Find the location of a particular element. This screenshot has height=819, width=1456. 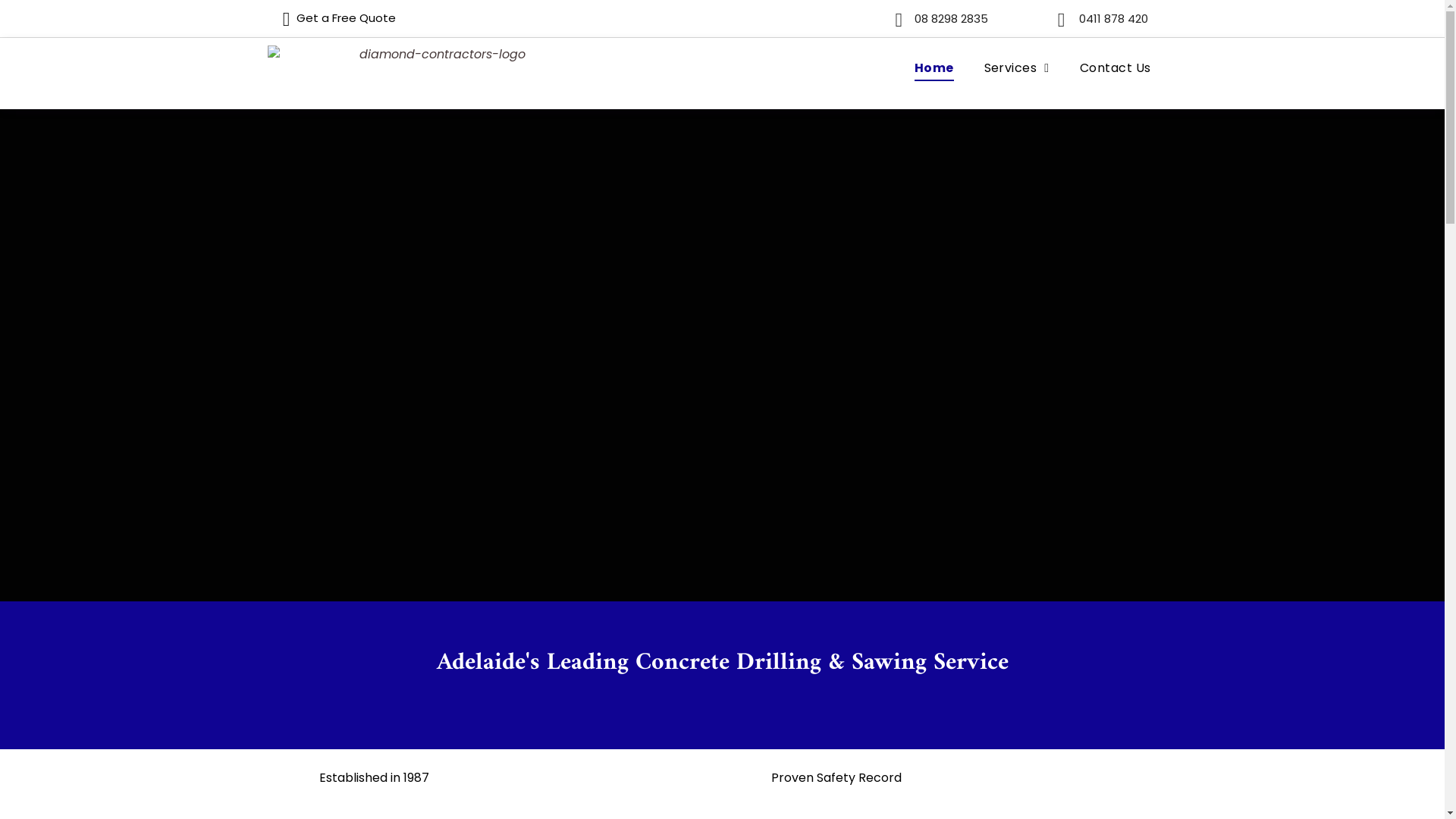

'08 8298 2835' is located at coordinates (946, 18).